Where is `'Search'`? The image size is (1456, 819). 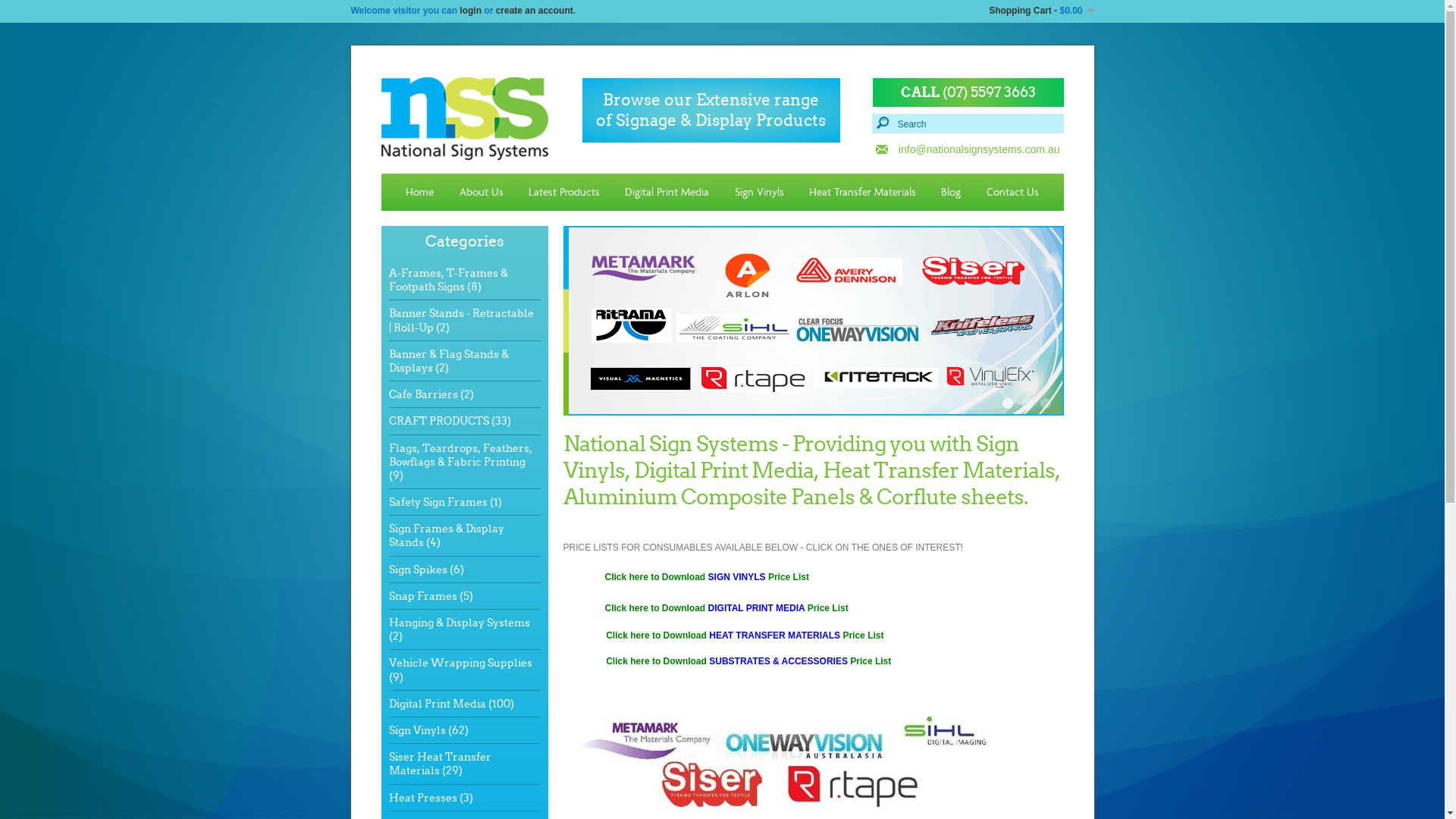
'Search' is located at coordinates (967, 122).